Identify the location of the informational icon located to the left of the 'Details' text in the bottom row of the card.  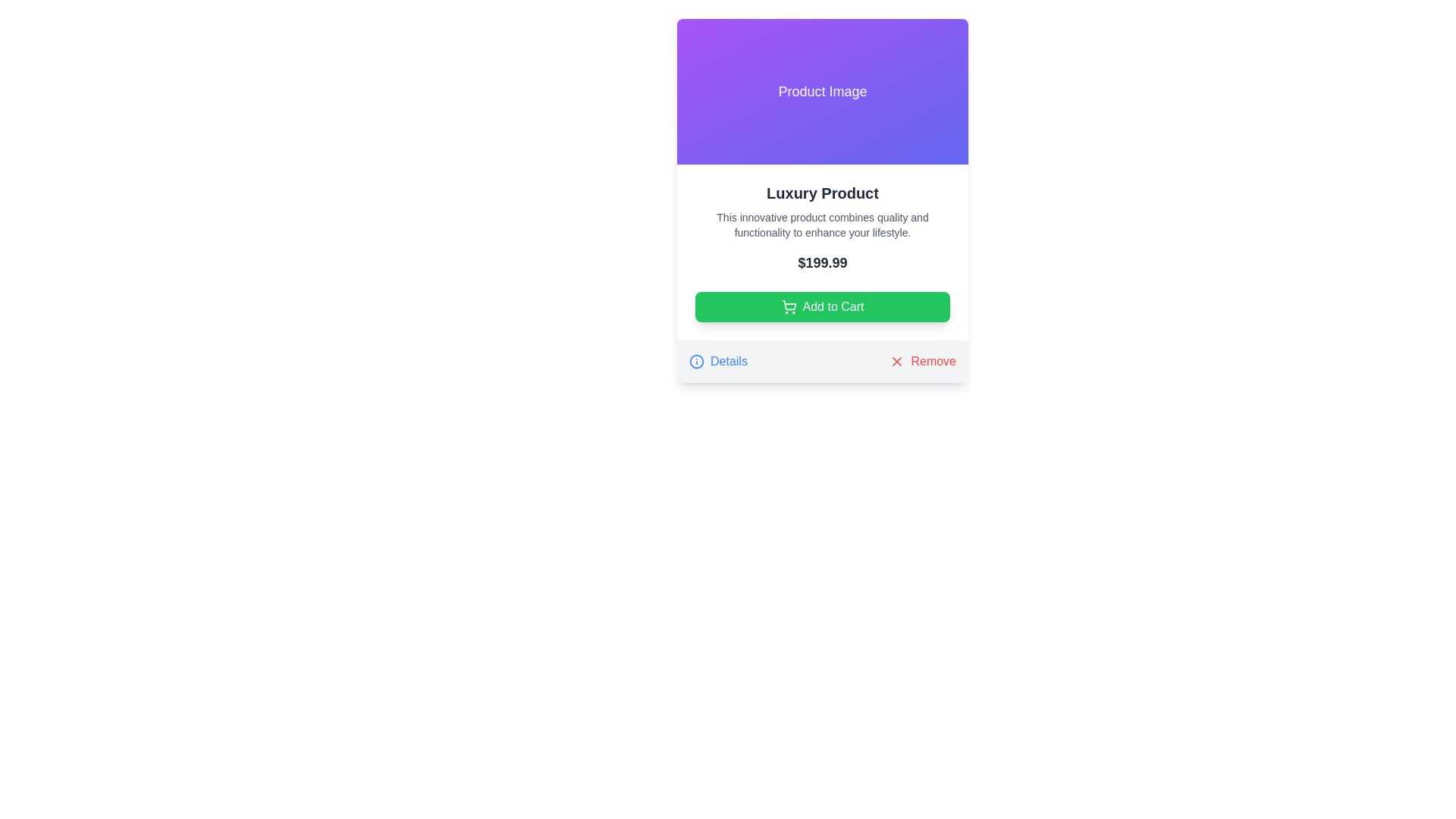
(695, 362).